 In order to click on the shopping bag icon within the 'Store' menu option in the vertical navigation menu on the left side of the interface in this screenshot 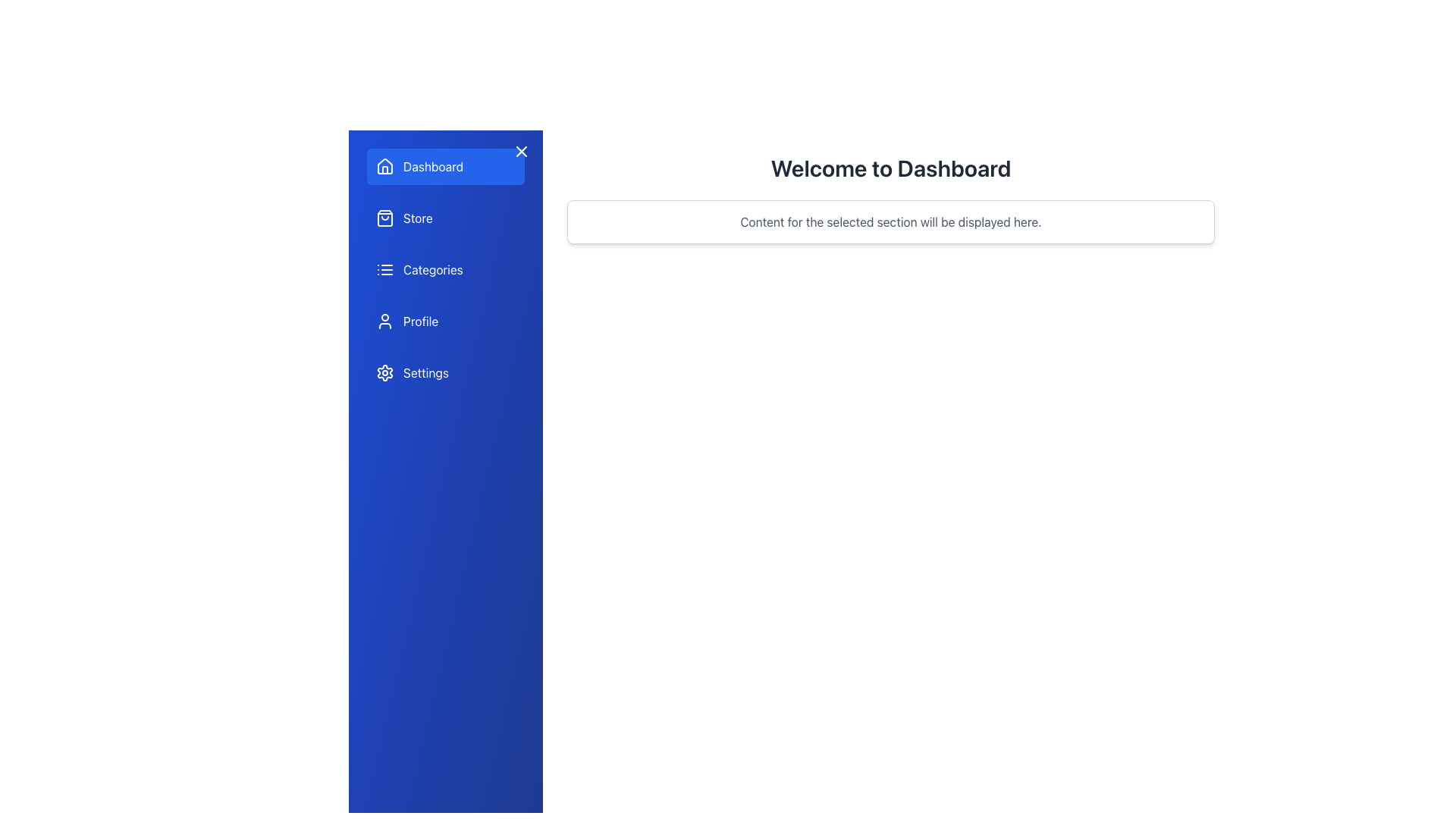, I will do `click(385, 218)`.